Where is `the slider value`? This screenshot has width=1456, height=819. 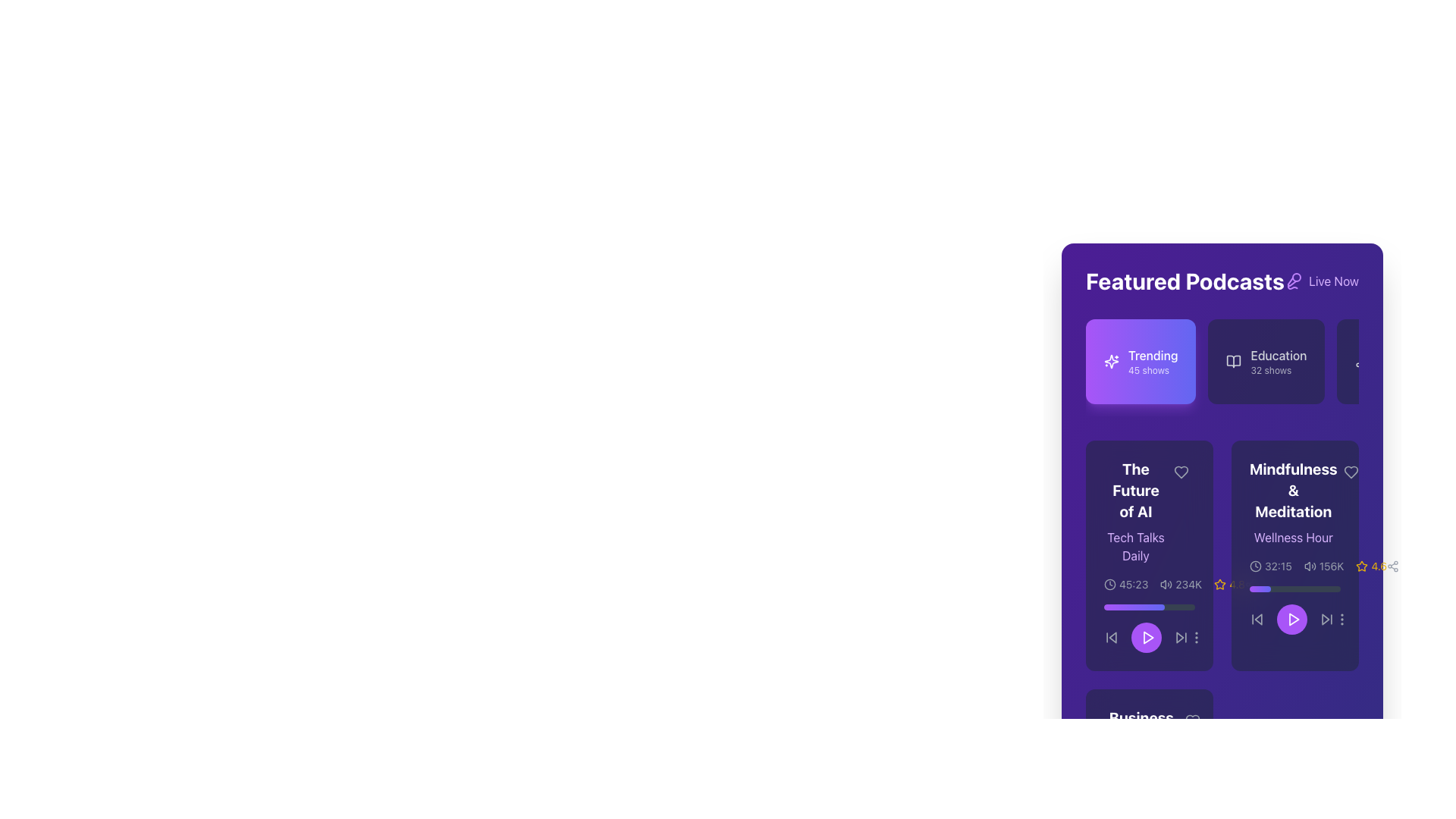
the slider value is located at coordinates (1128, 607).